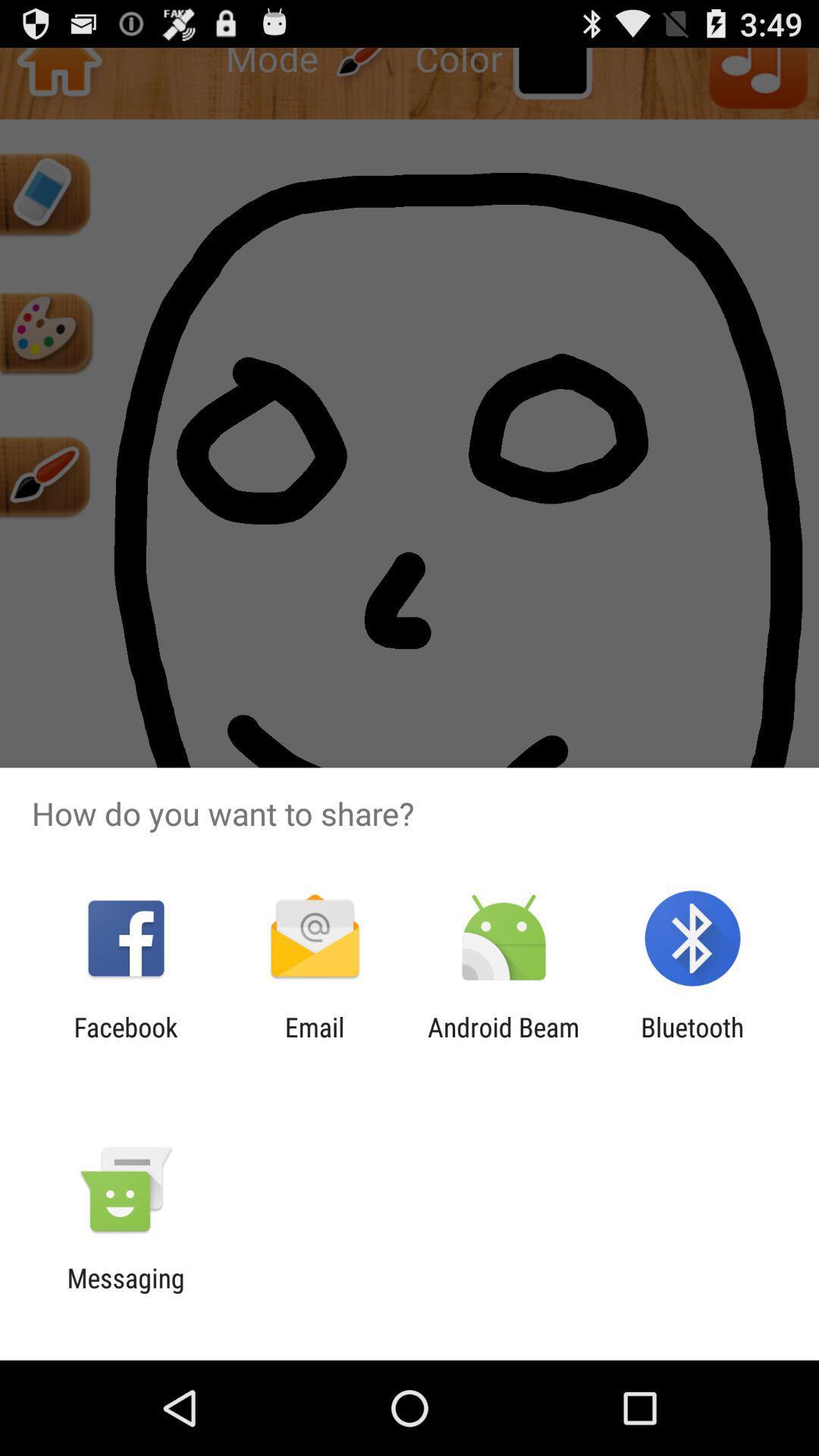  Describe the element at coordinates (504, 1042) in the screenshot. I see `the app to the left of bluetooth` at that location.